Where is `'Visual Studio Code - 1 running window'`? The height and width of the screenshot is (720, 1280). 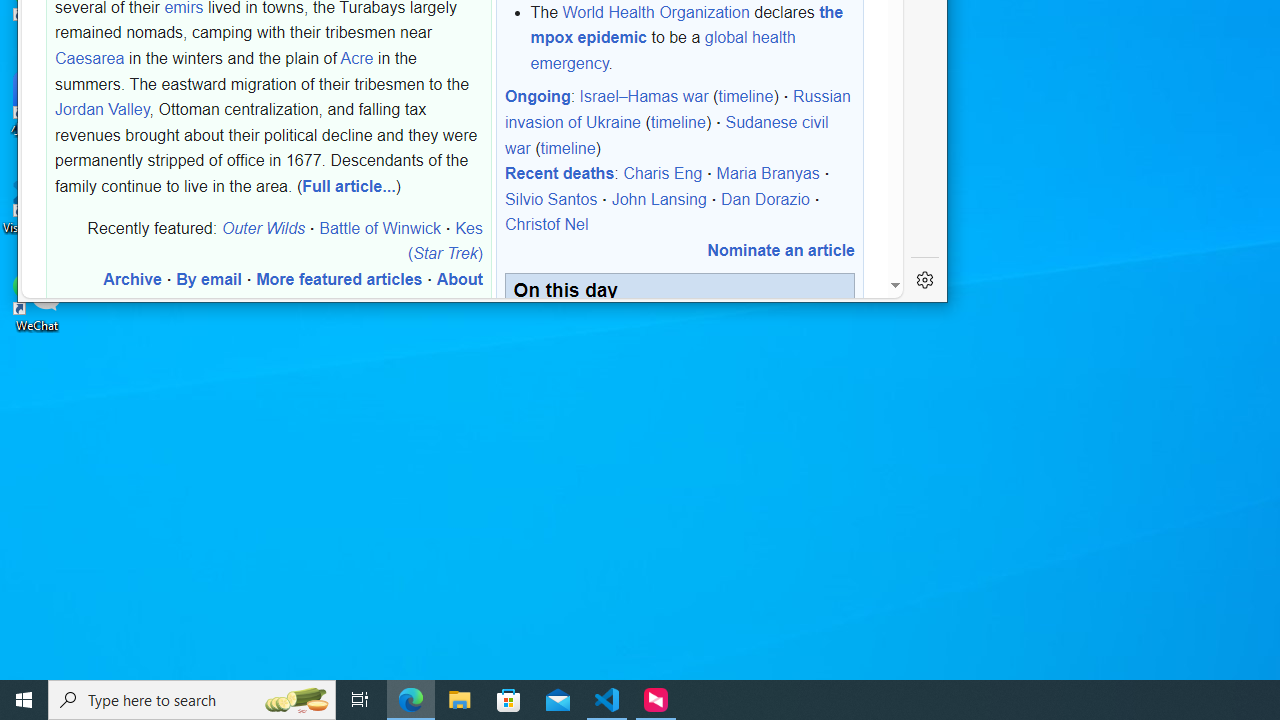 'Visual Studio Code - 1 running window' is located at coordinates (606, 698).